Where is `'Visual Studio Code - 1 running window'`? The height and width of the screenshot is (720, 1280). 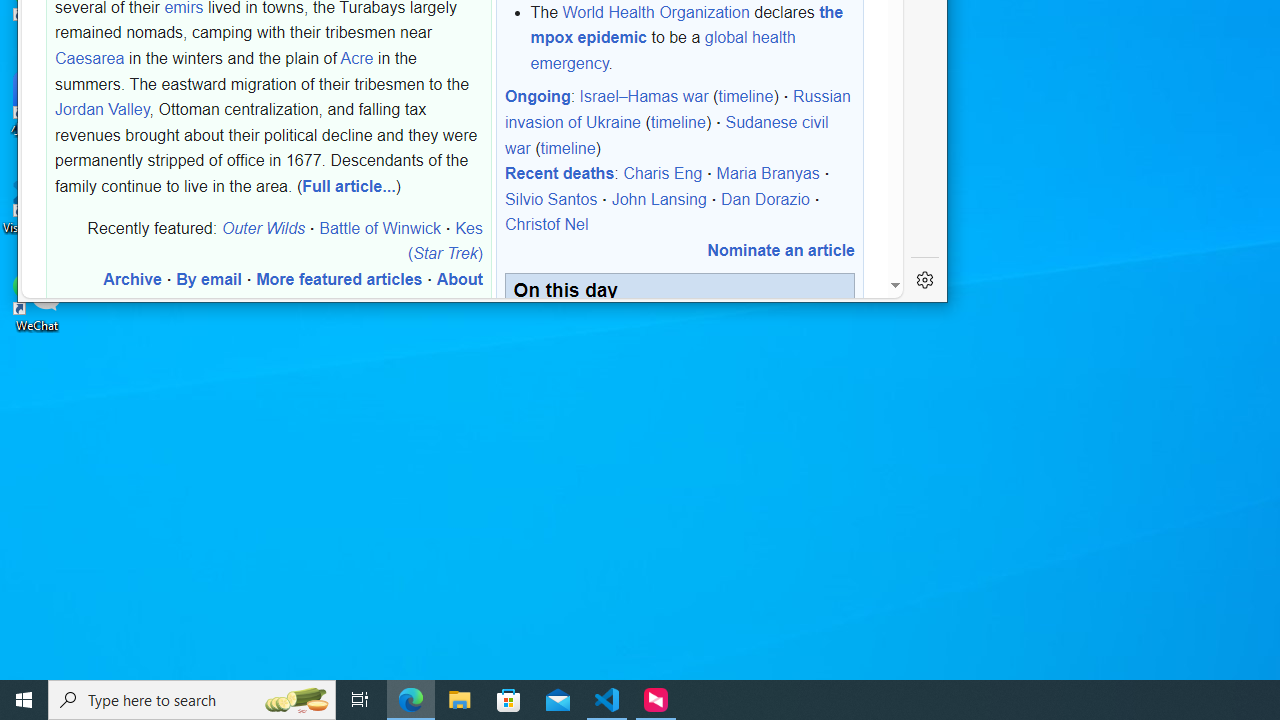 'Visual Studio Code - 1 running window' is located at coordinates (606, 698).